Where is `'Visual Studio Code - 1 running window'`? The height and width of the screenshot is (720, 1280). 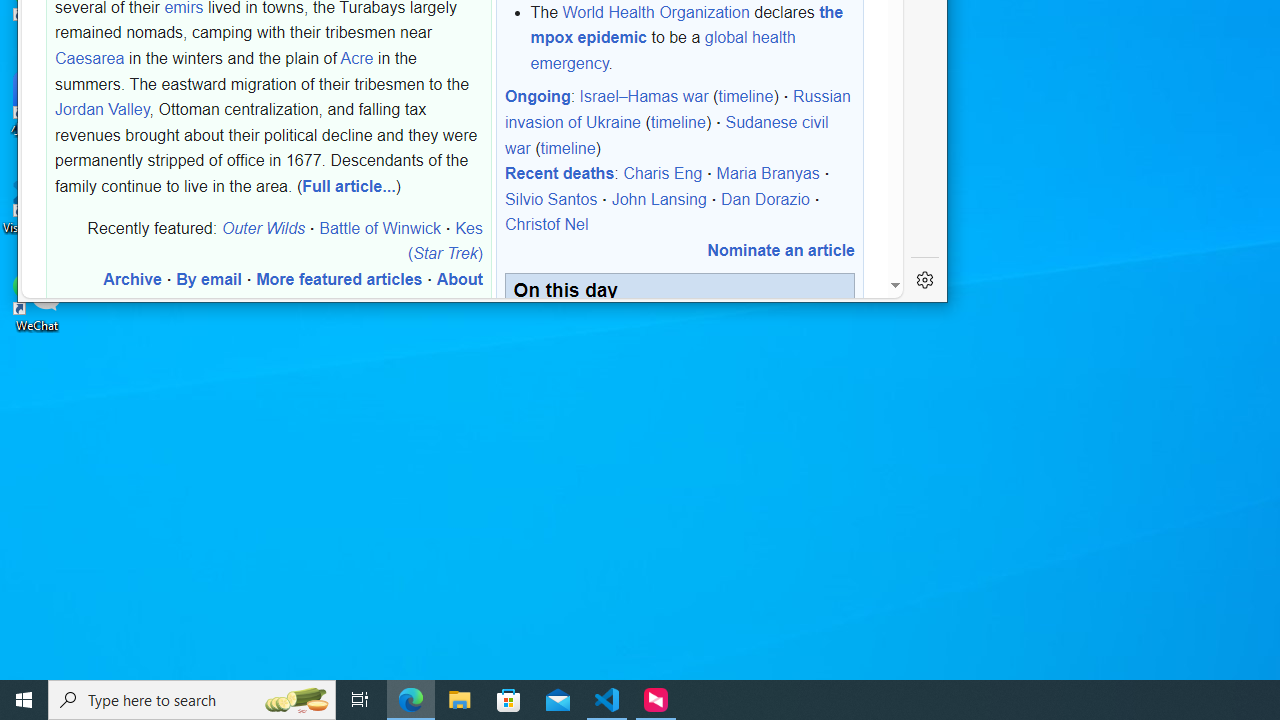 'Visual Studio Code - 1 running window' is located at coordinates (606, 698).